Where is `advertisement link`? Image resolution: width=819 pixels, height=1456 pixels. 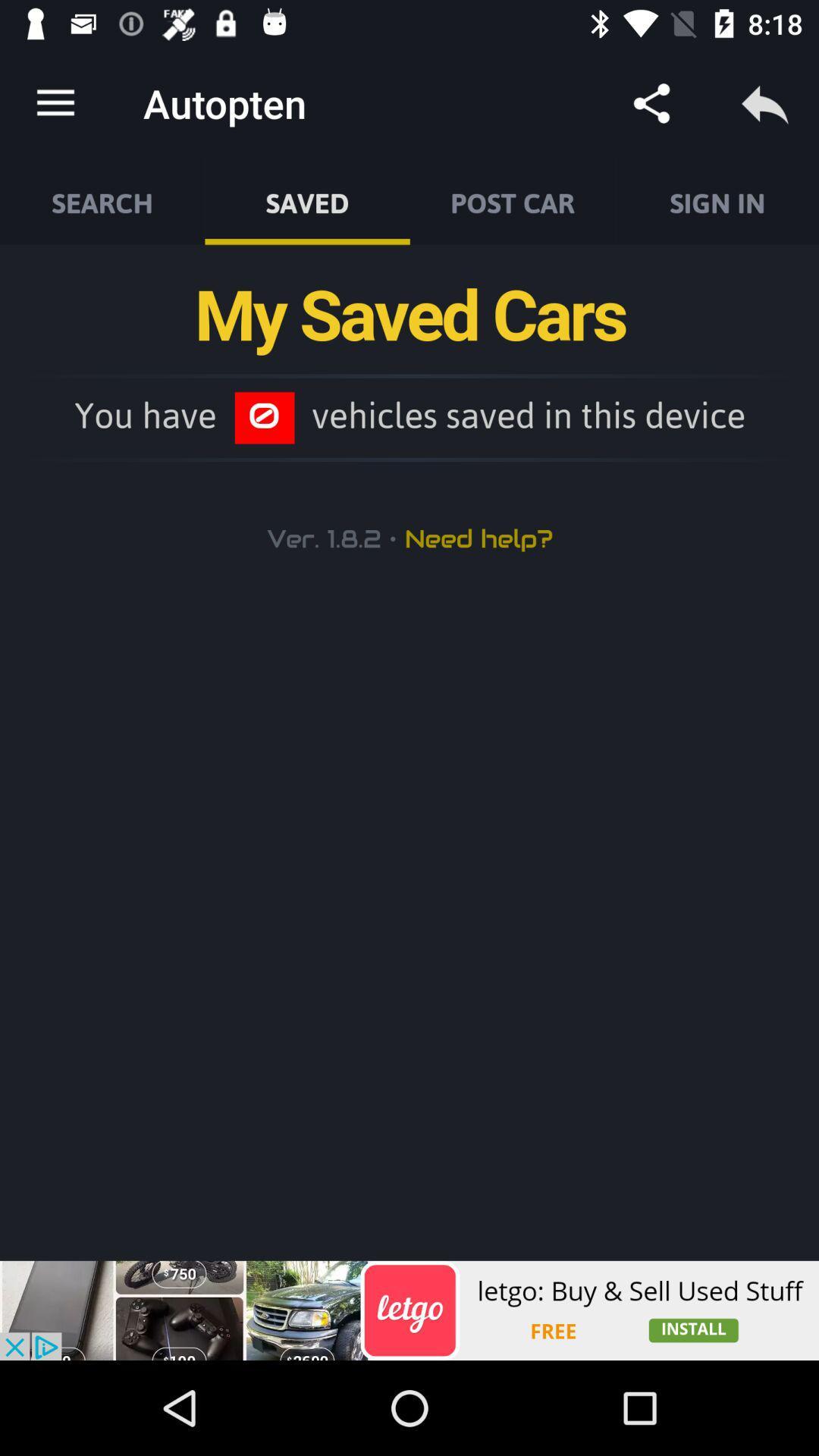
advertisement link is located at coordinates (409, 1310).